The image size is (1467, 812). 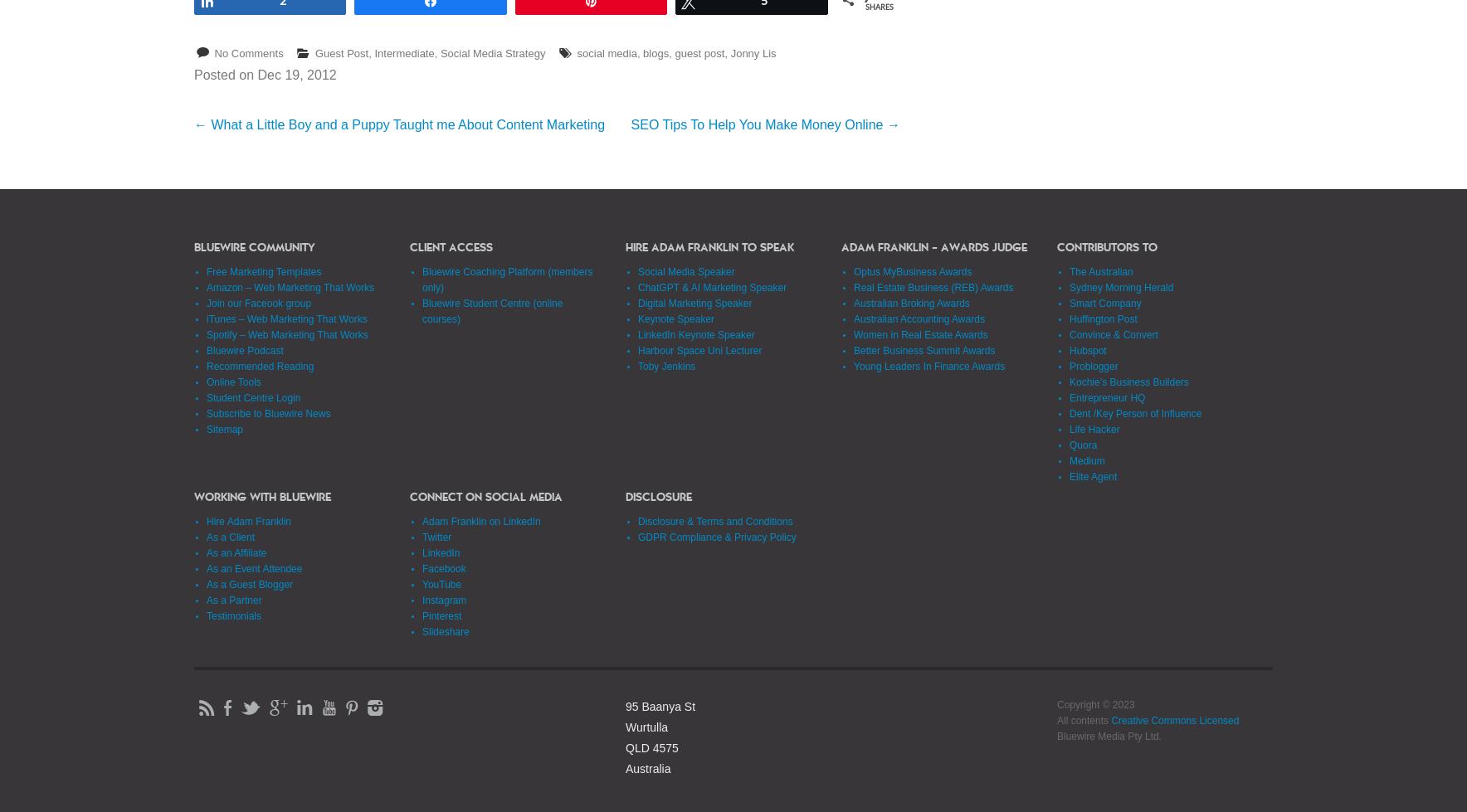 I want to click on 'Medium', so click(x=1087, y=459).